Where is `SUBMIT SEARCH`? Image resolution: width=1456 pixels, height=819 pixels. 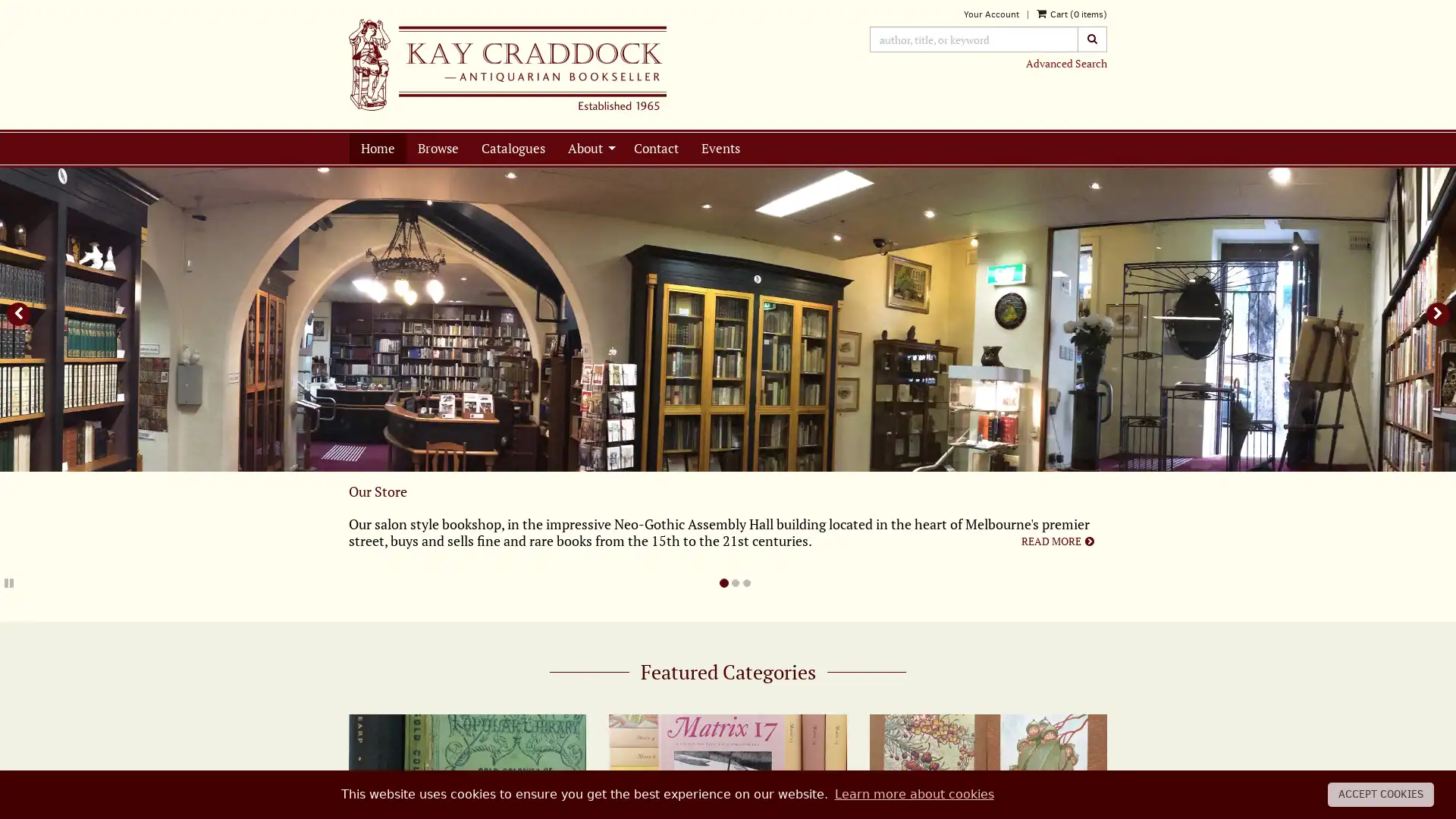
SUBMIT SEARCH is located at coordinates (1090, 38).